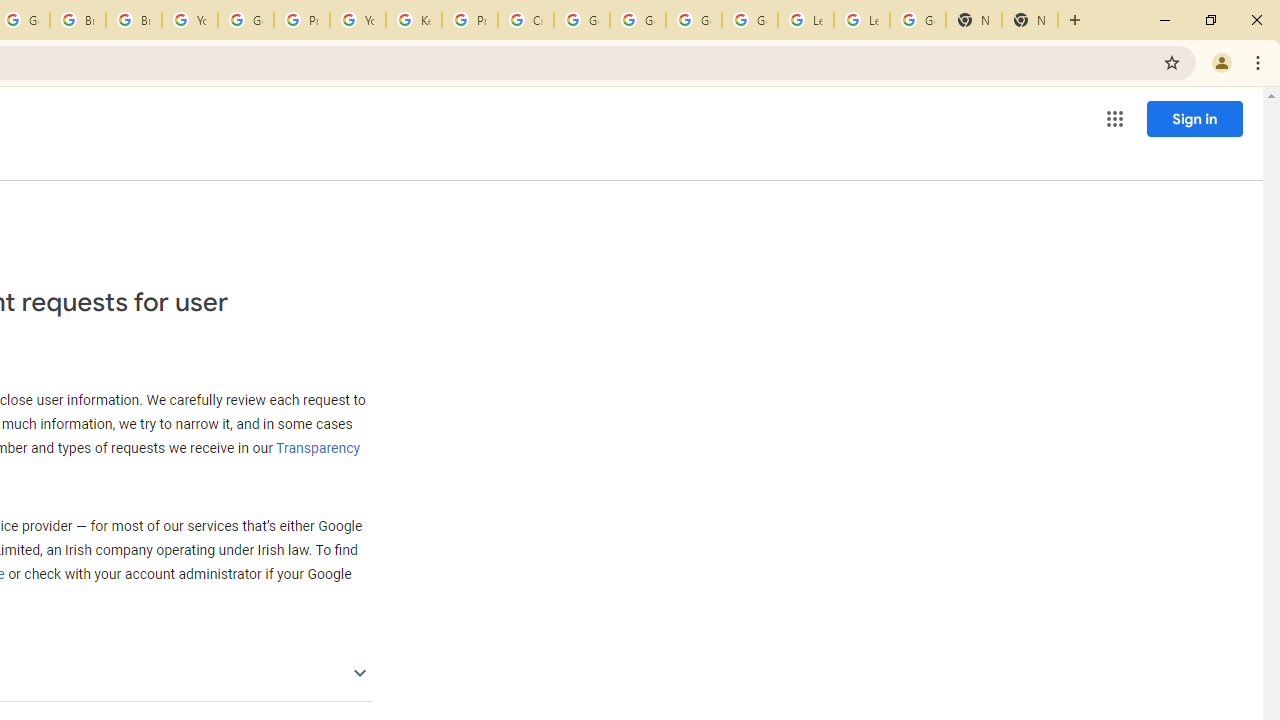  What do you see at coordinates (526, 20) in the screenshot?
I see `'Create your Google Account'` at bounding box center [526, 20].